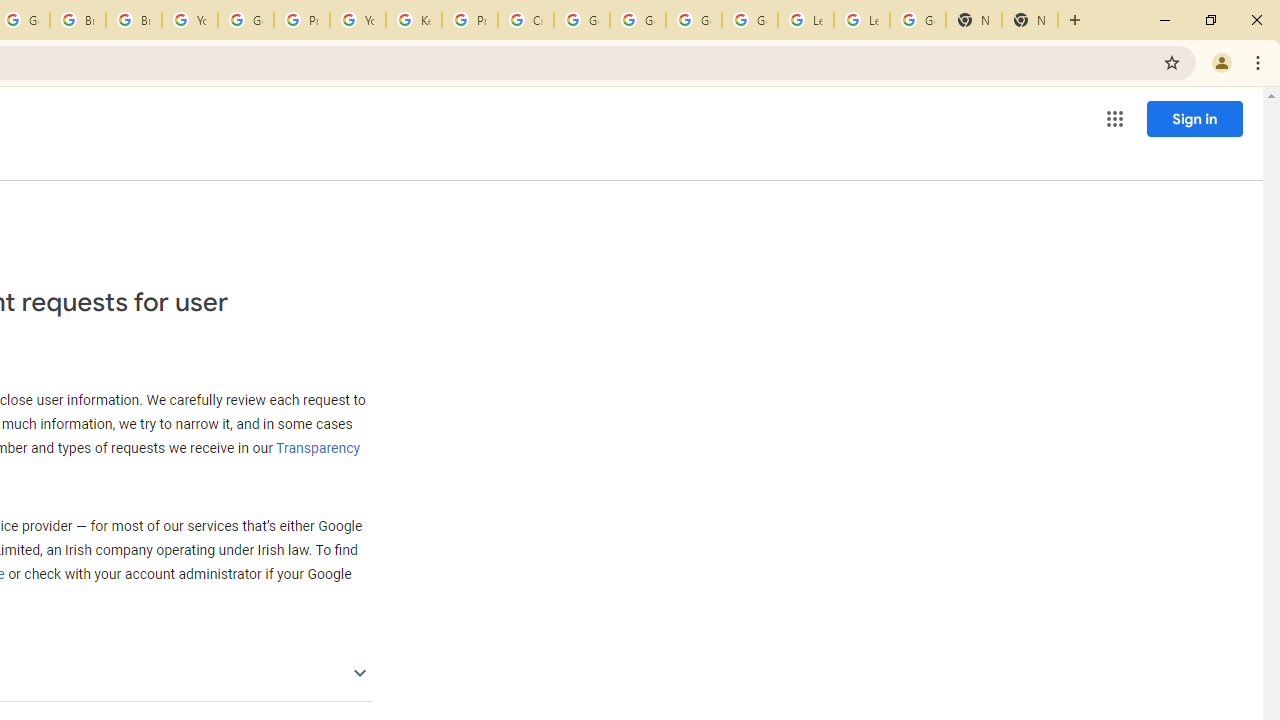  What do you see at coordinates (526, 20) in the screenshot?
I see `'Create your Google Account'` at bounding box center [526, 20].